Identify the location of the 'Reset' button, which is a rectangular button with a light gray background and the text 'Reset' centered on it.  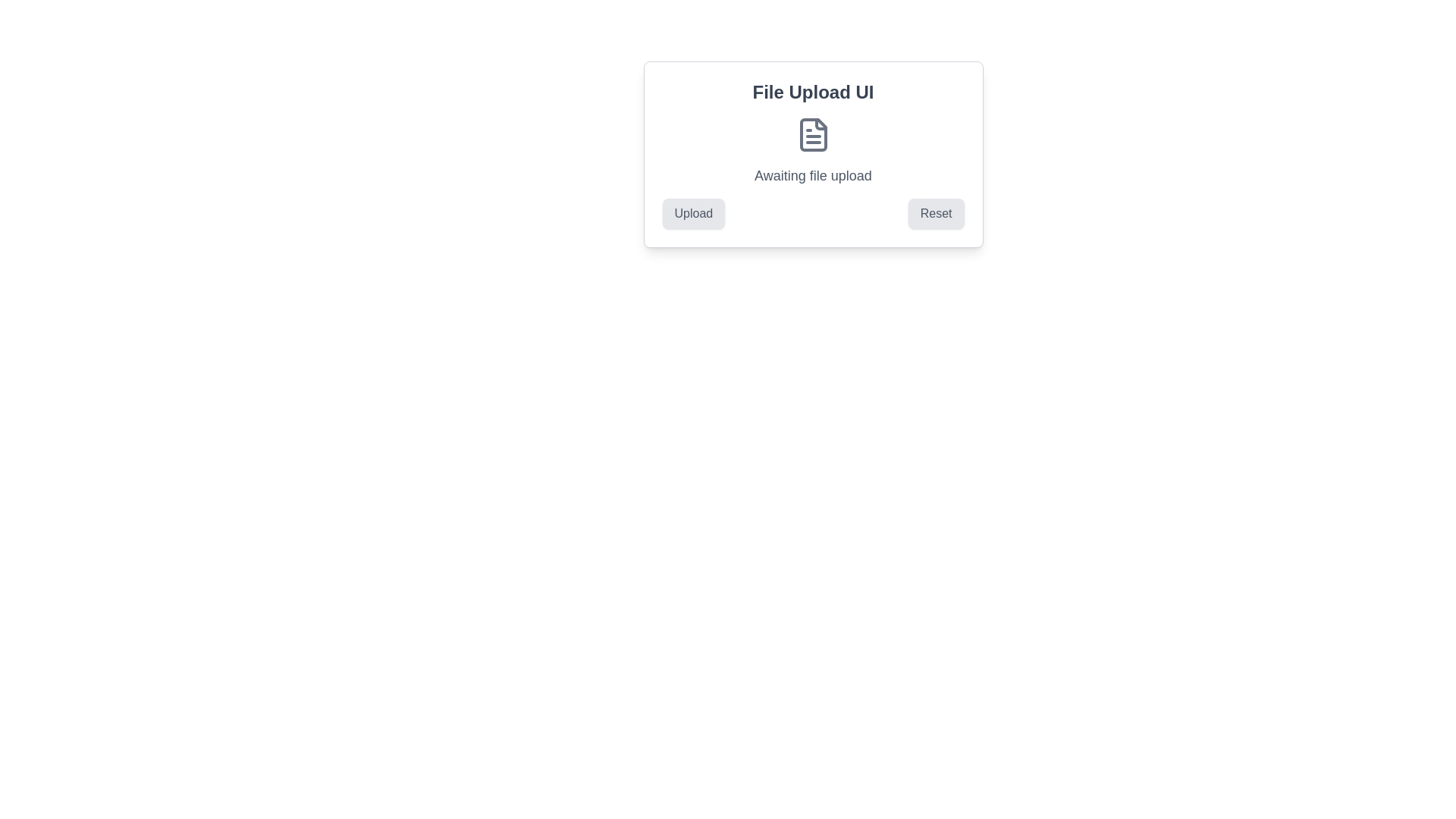
(935, 213).